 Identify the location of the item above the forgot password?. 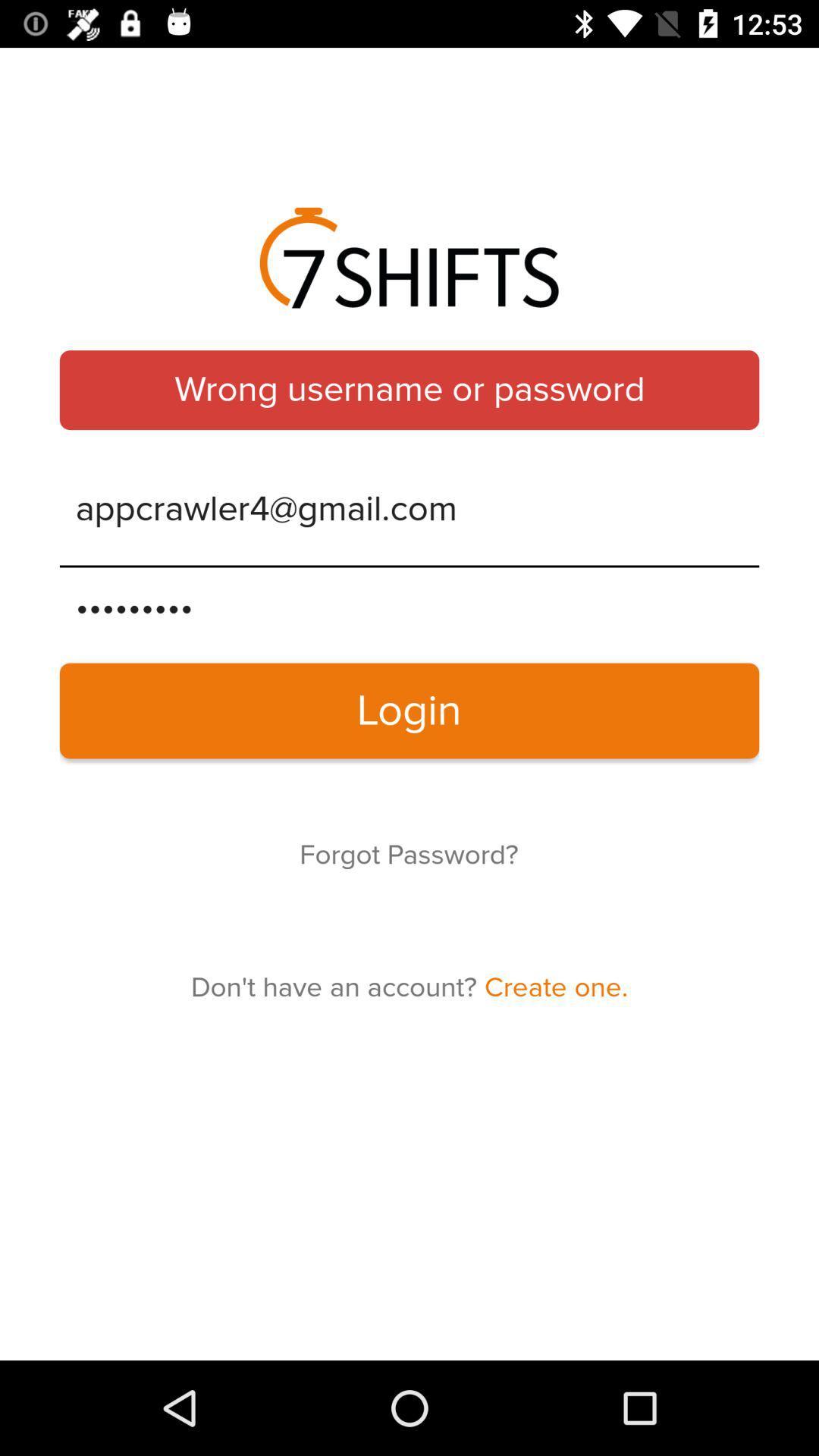
(409, 710).